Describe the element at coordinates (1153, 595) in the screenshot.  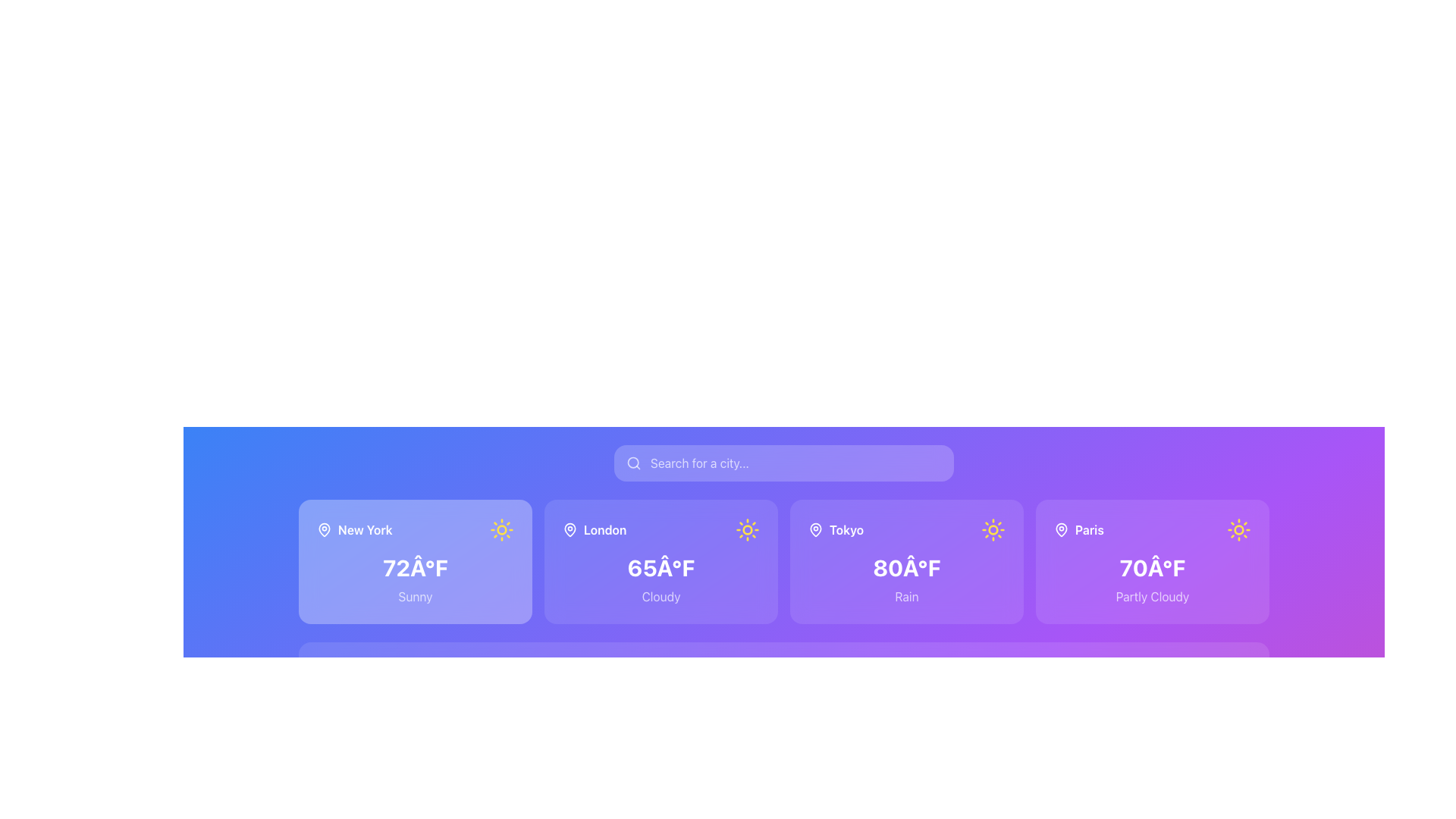
I see `the text element displaying 'Partly Cloudy' in white, located beneath the temperature display on the weather card for Paris` at that location.